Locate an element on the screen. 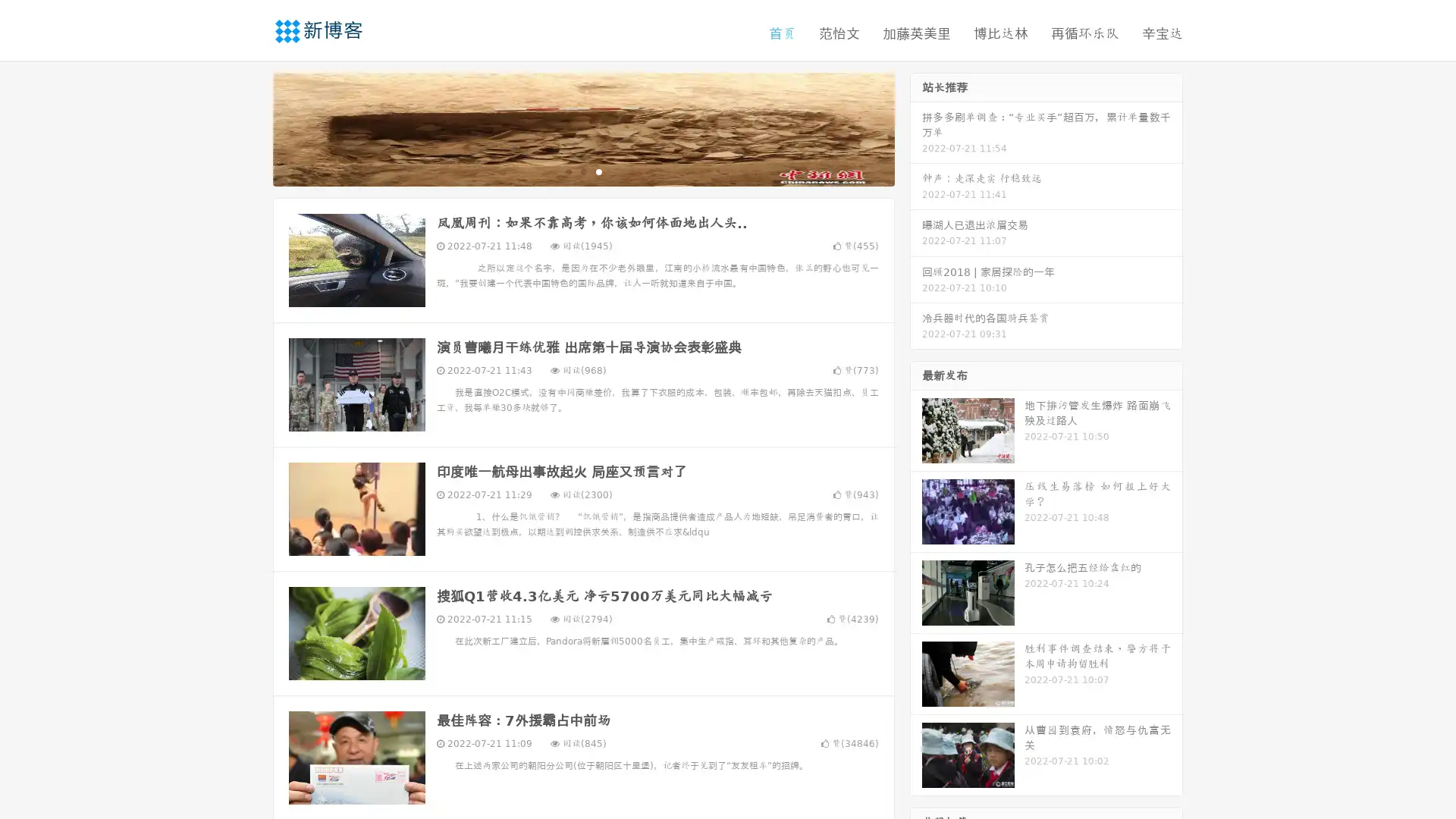  Next slide is located at coordinates (916, 127).